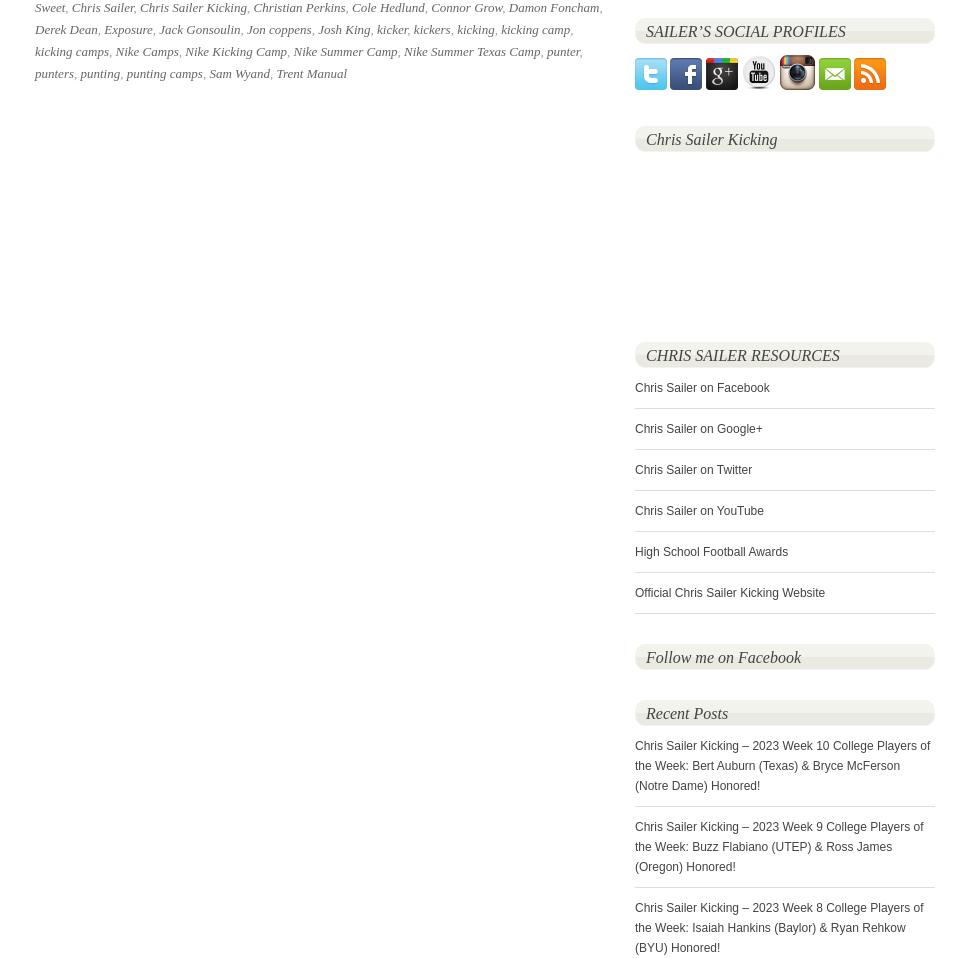 This screenshot has width=960, height=958. I want to click on 'punting camps', so click(162, 72).